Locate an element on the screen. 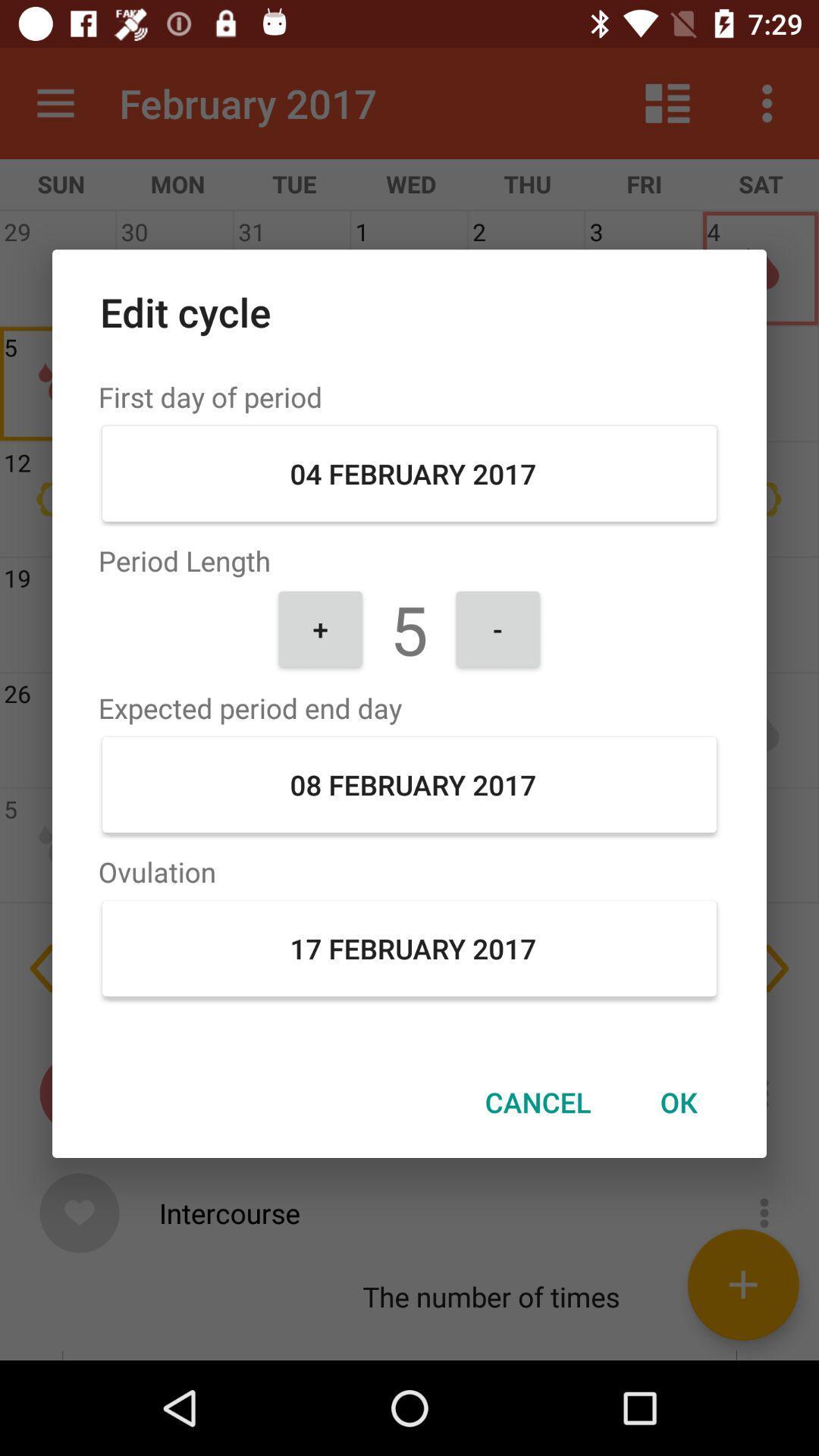 The height and width of the screenshot is (1456, 819). the add icon is located at coordinates (742, 1284).